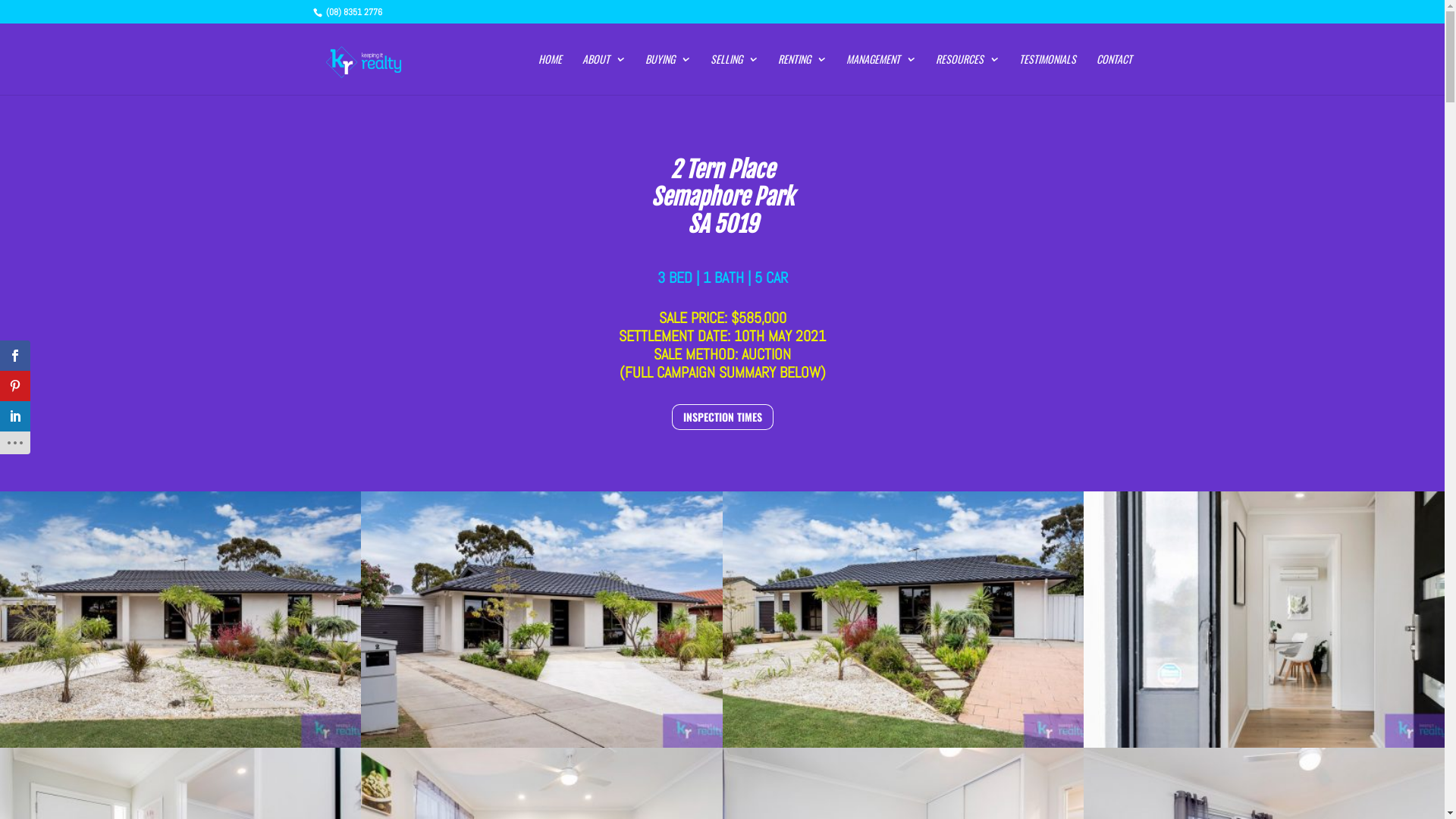 This screenshot has height=819, width=1456. I want to click on '(08) 8351 2776', so click(351, 11).